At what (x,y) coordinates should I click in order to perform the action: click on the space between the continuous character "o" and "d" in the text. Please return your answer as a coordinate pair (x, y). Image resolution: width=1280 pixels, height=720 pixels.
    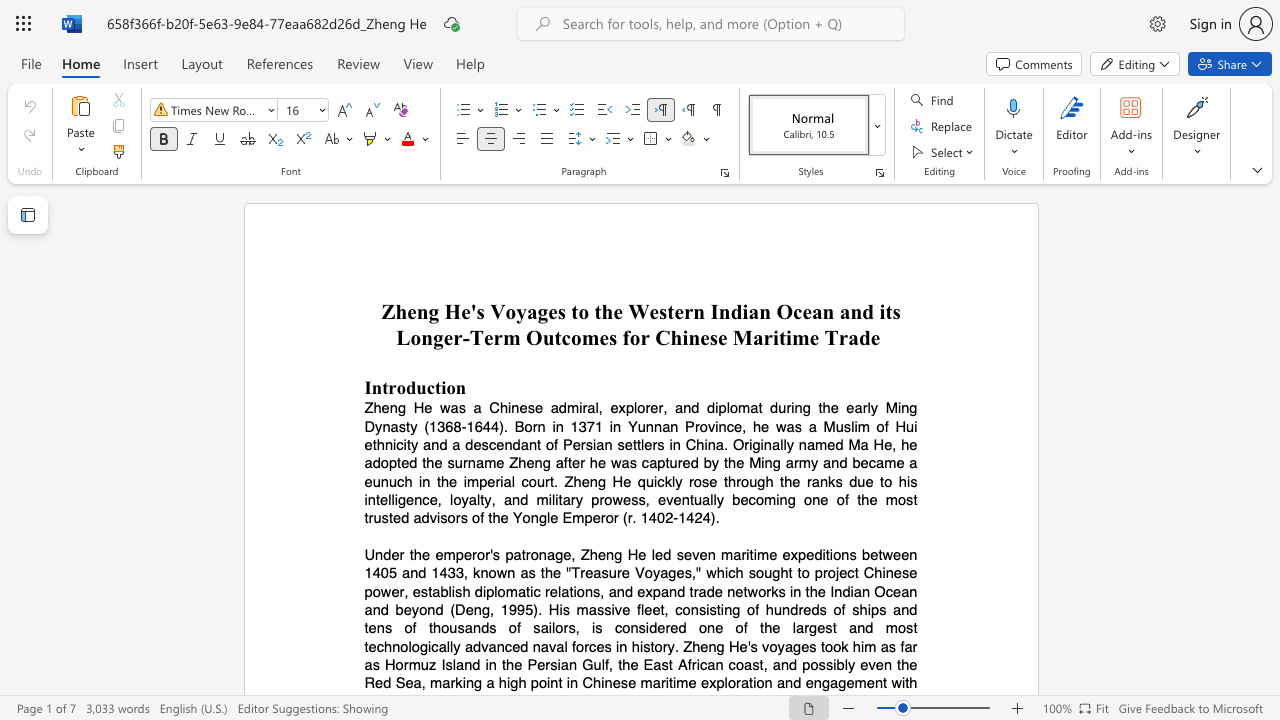
    Looking at the image, I should click on (405, 387).